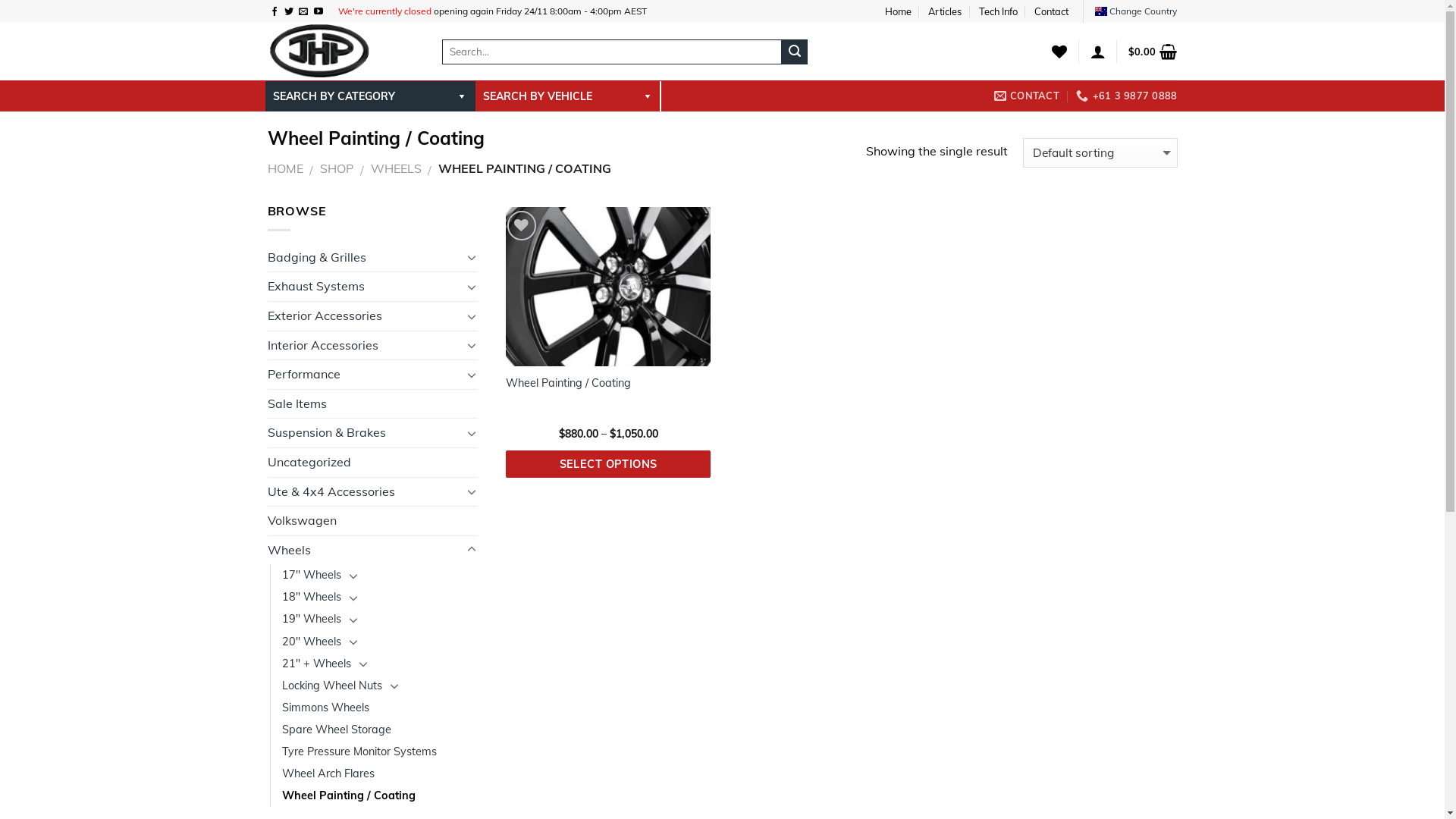 Image resolution: width=1456 pixels, height=819 pixels. What do you see at coordinates (364, 432) in the screenshot?
I see `'Suspension & Brakes'` at bounding box center [364, 432].